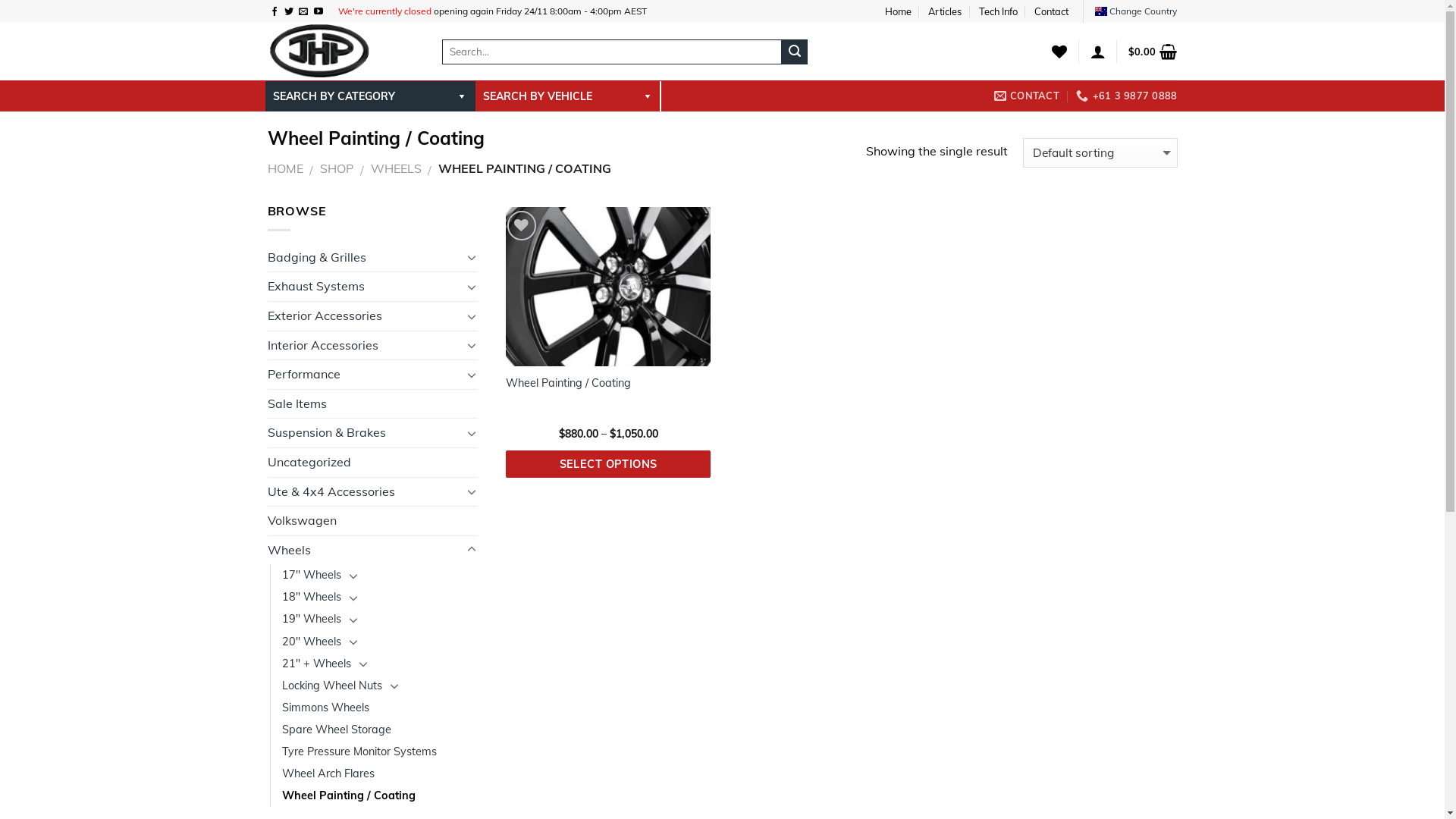 Image resolution: width=1456 pixels, height=819 pixels. What do you see at coordinates (364, 432) in the screenshot?
I see `'Suspension & Brakes'` at bounding box center [364, 432].